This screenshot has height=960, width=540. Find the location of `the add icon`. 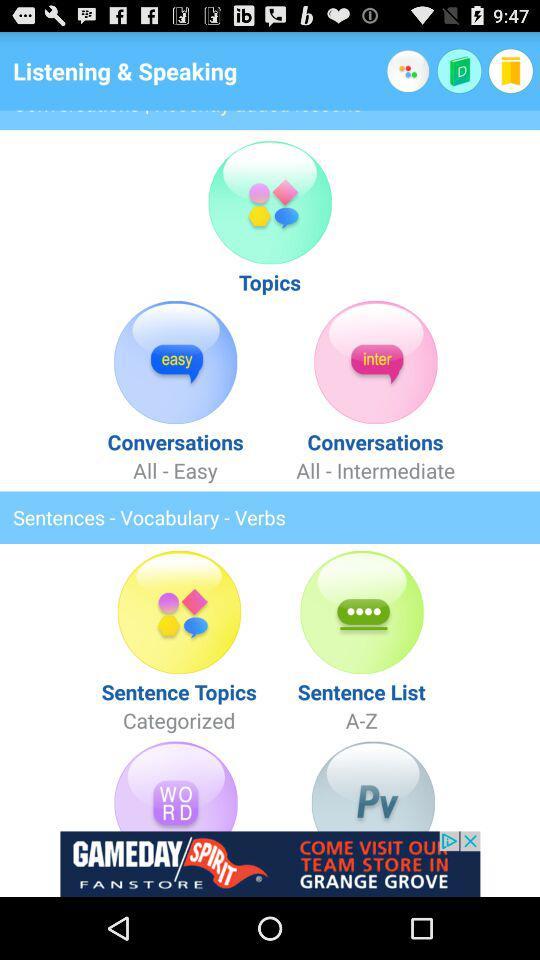

the add icon is located at coordinates (407, 75).